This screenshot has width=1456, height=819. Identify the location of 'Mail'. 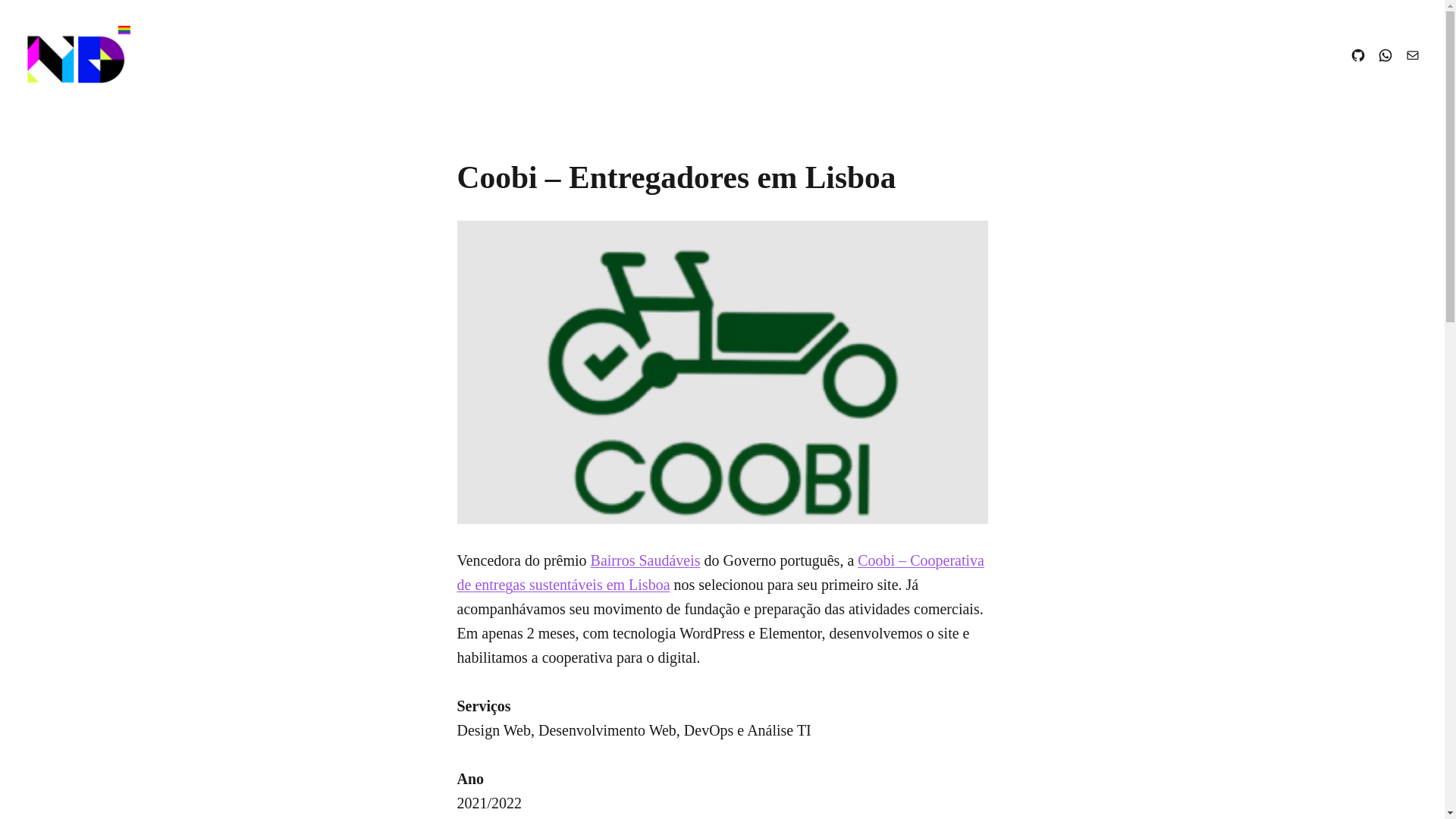
(1411, 55).